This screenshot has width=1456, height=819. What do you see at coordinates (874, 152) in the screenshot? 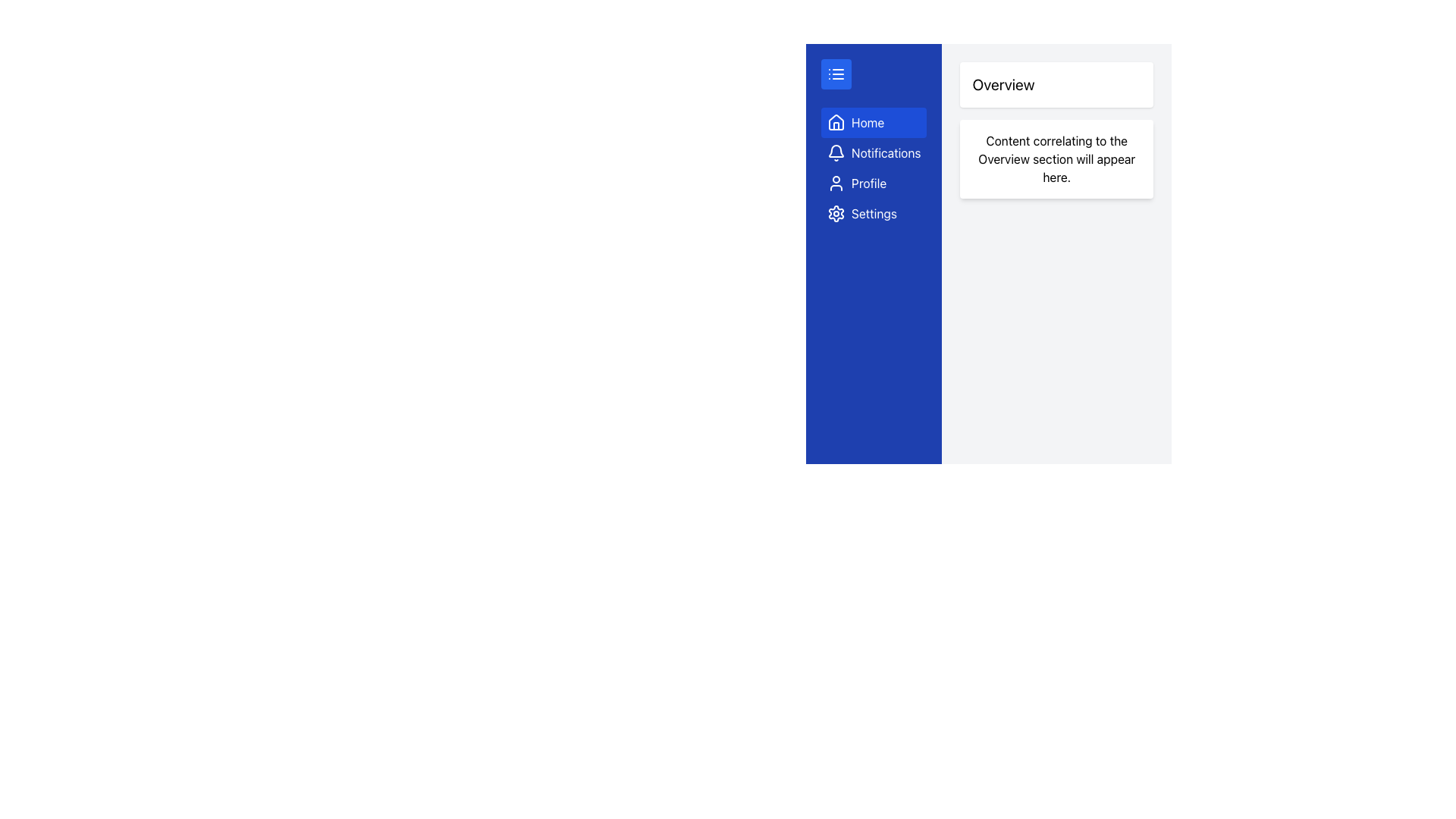
I see `the 'Notifications' navigation button located in the second position of the vertical navigation menu` at bounding box center [874, 152].